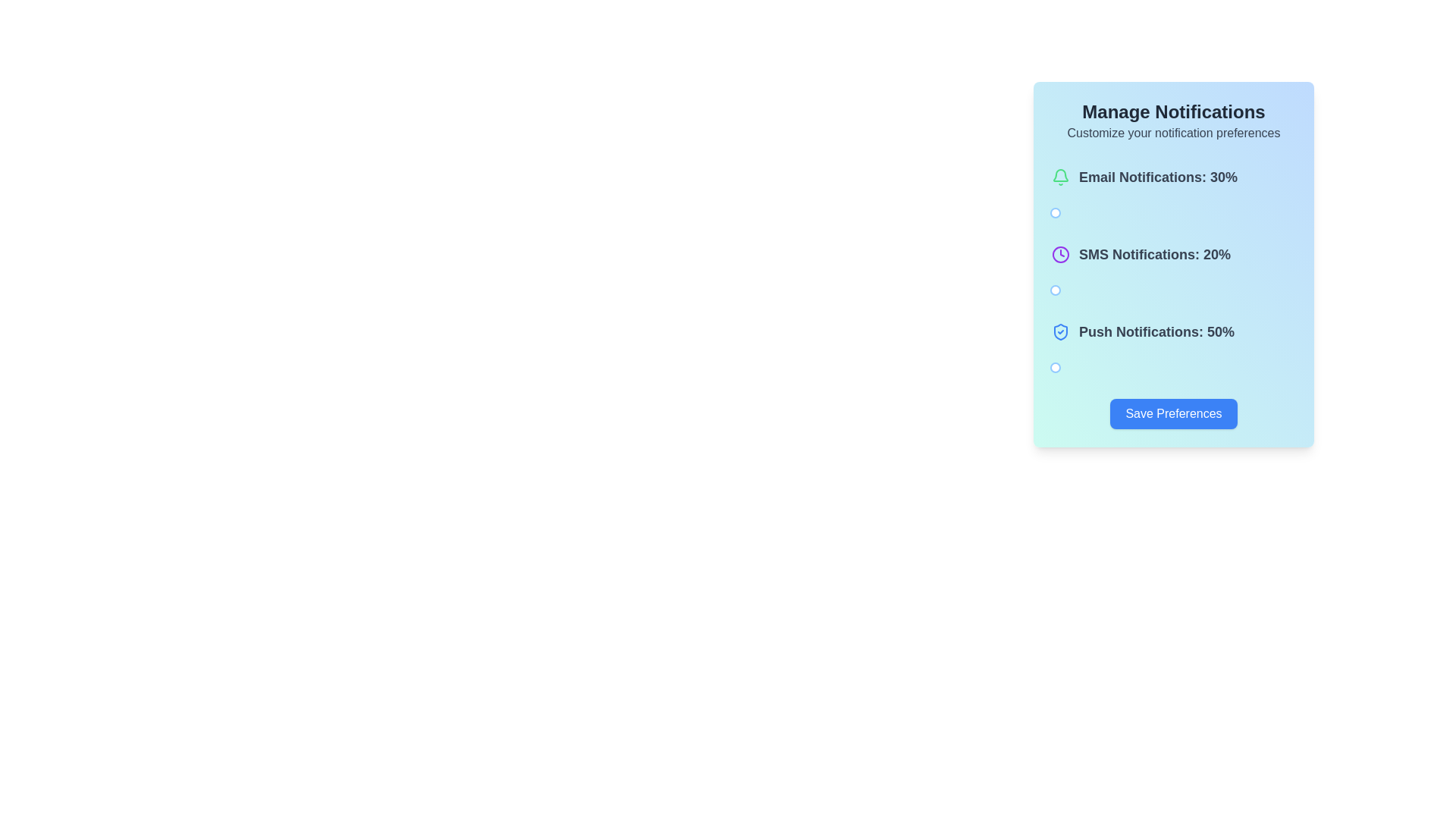  What do you see at coordinates (1173, 263) in the screenshot?
I see `the Text label indicating SMS notification preferences, which is positioned beneath the 'Email Notifications' option and above the 'Push Notifications' option` at bounding box center [1173, 263].